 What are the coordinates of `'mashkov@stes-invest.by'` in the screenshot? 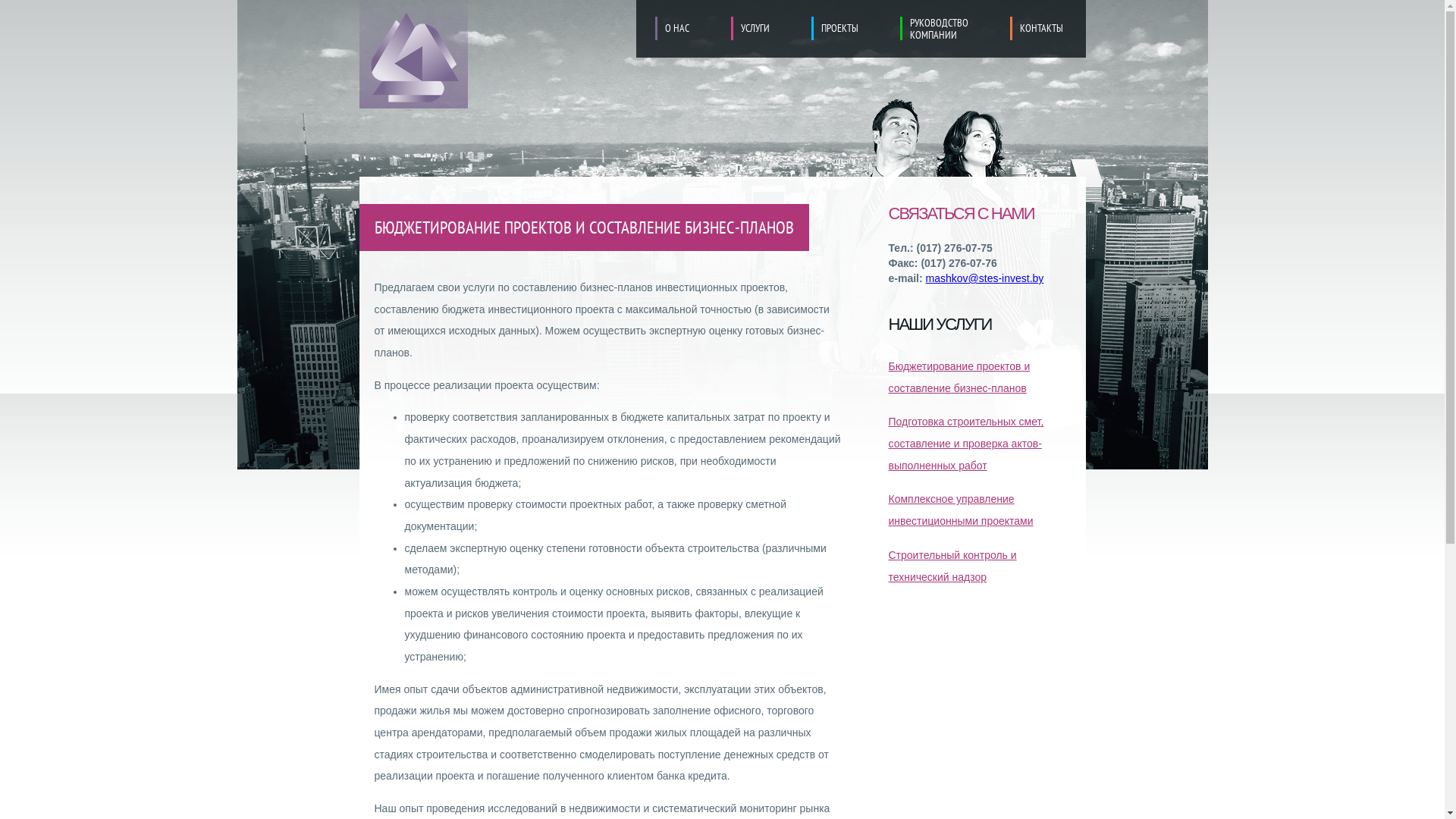 It's located at (985, 278).